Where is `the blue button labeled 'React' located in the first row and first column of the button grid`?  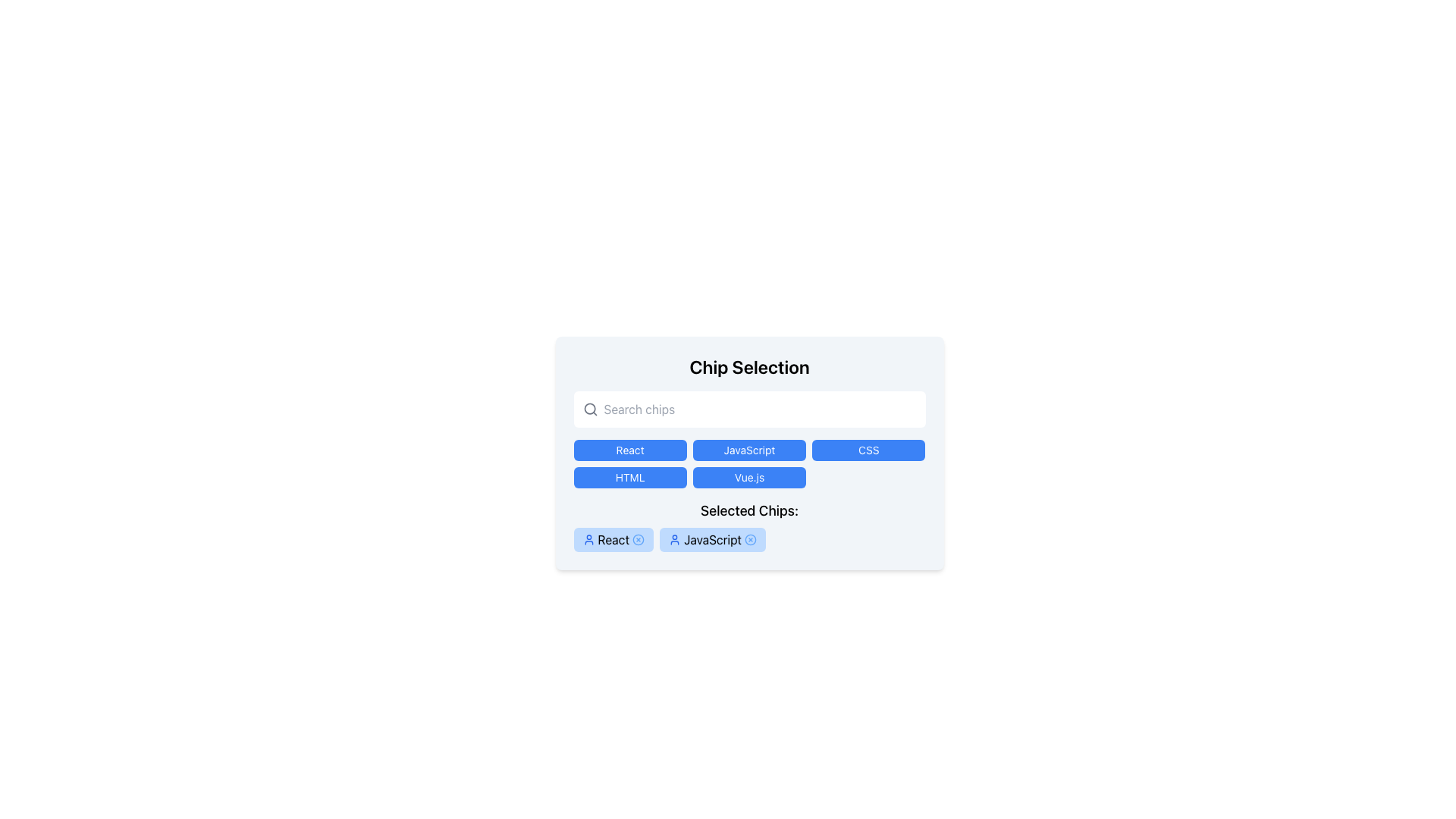 the blue button labeled 'React' located in the first row and first column of the button grid is located at coordinates (630, 450).